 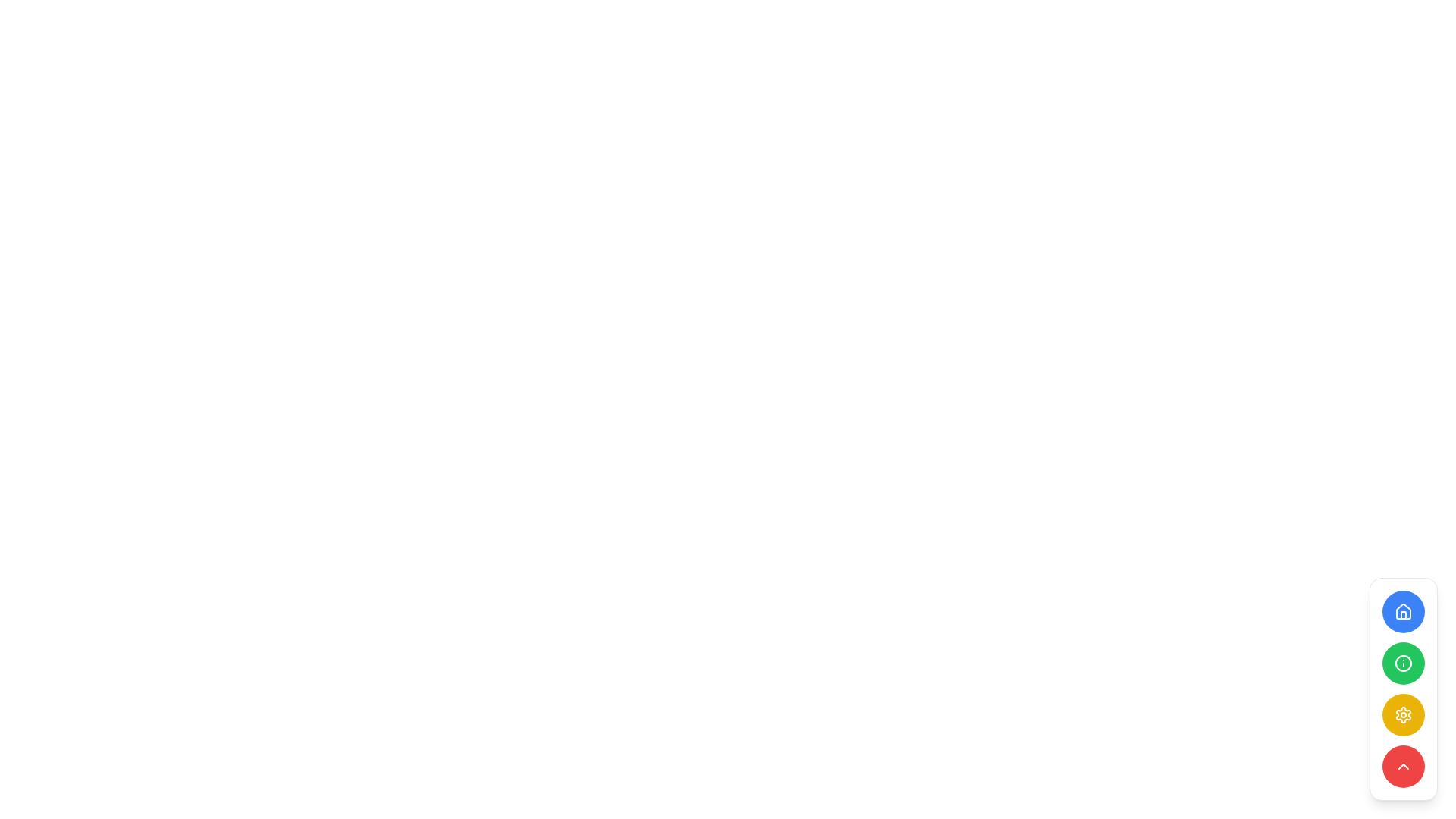 What do you see at coordinates (1403, 663) in the screenshot?
I see `the middle green button with a white circular border, which is the second button in a vertical group of three buttons` at bounding box center [1403, 663].